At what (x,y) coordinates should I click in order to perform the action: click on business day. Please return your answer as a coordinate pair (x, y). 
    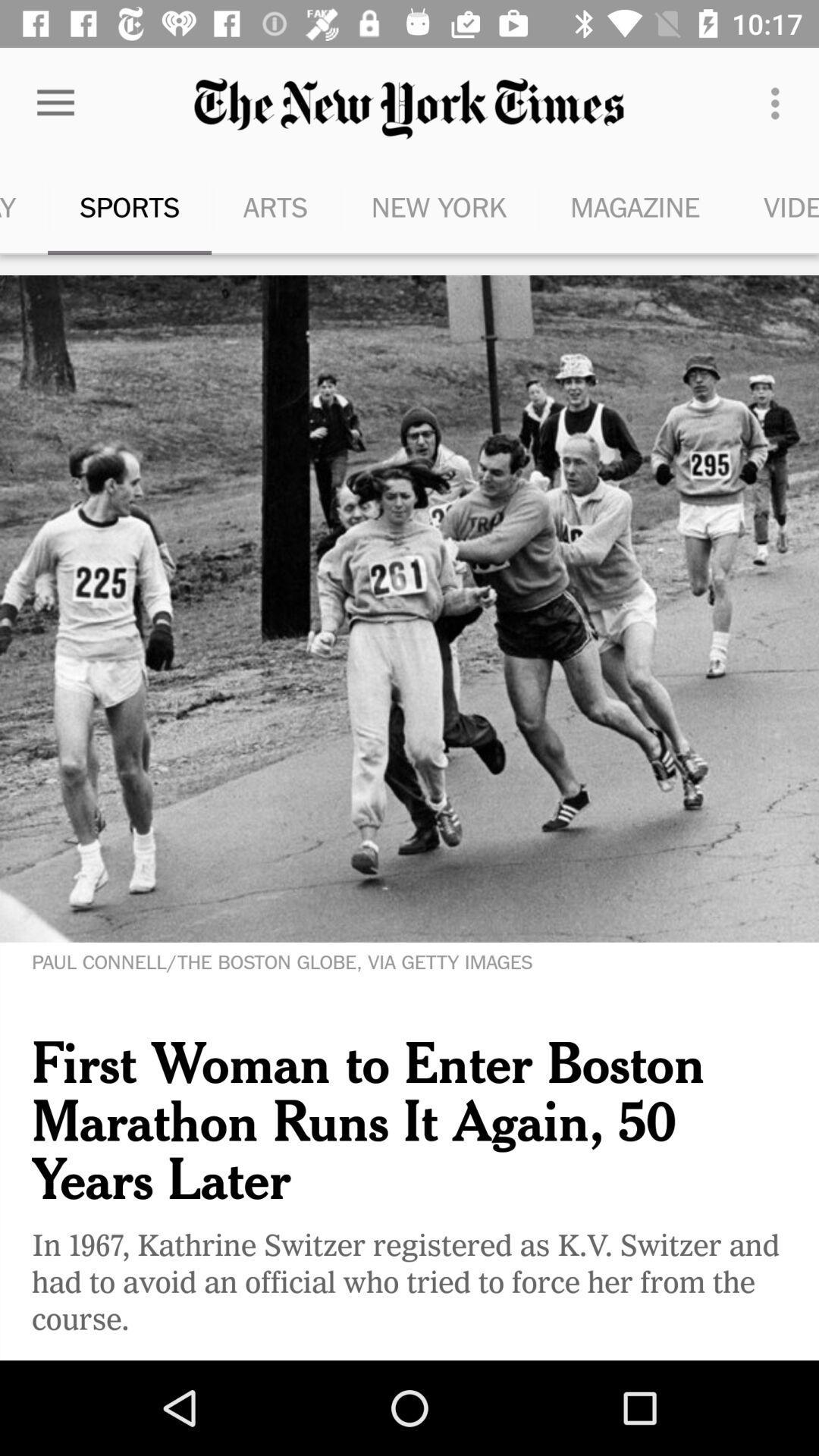
    Looking at the image, I should click on (24, 206).